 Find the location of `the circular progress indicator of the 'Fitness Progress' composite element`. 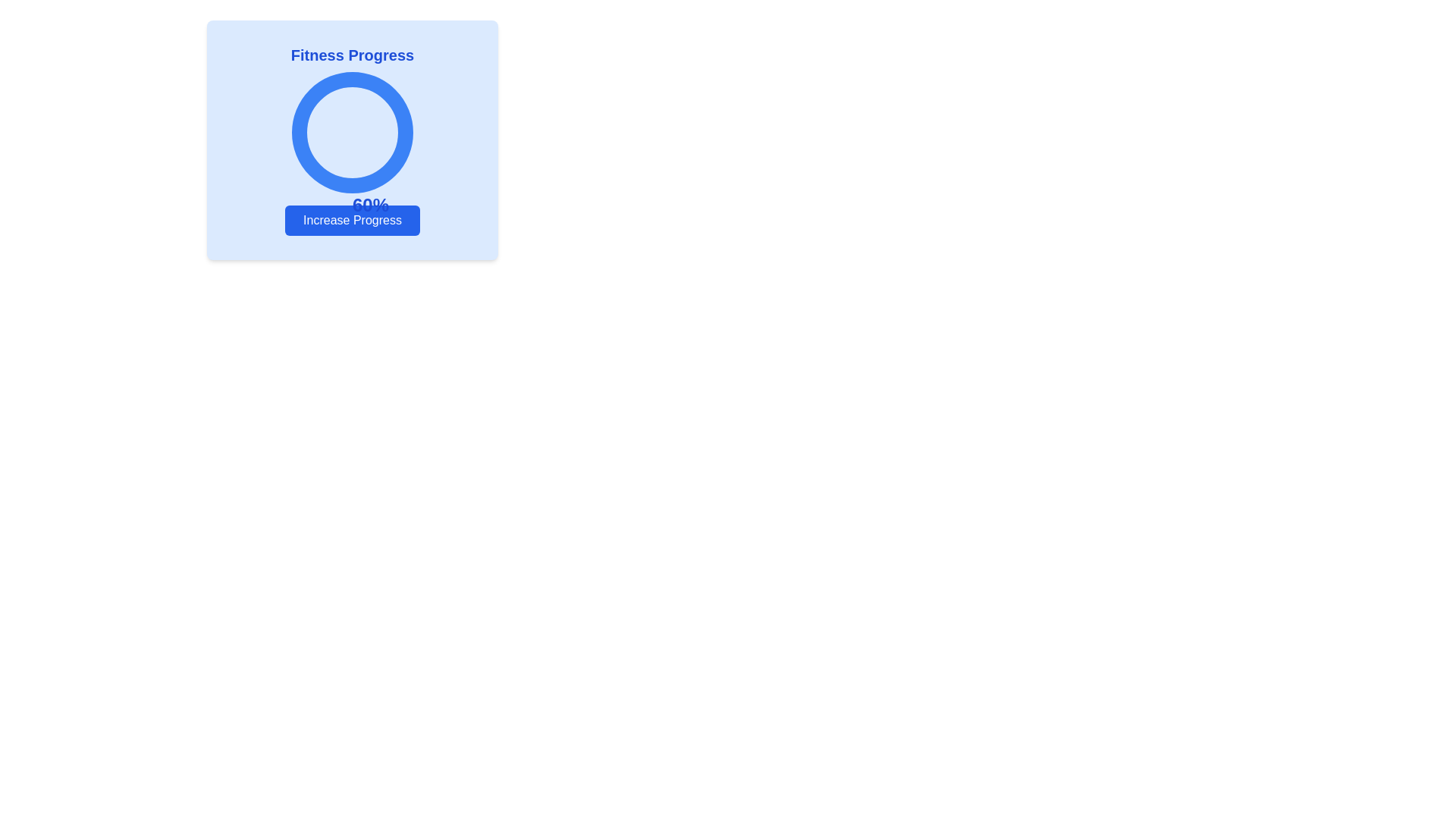

the circular progress indicator of the 'Fitness Progress' composite element is located at coordinates (352, 140).